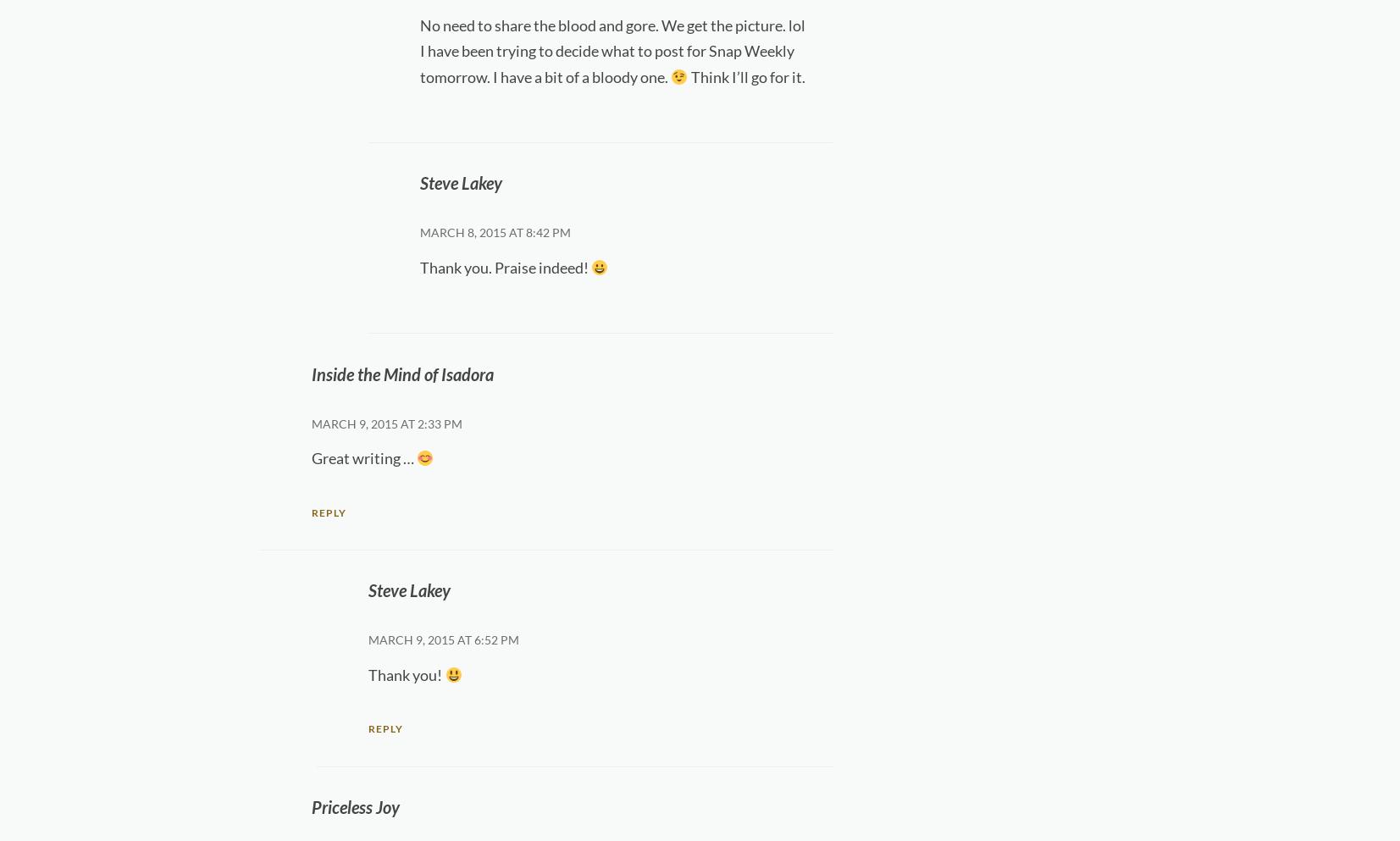  I want to click on 'No need to share the blood and gore.  We get the picture.  lol', so click(611, 23).